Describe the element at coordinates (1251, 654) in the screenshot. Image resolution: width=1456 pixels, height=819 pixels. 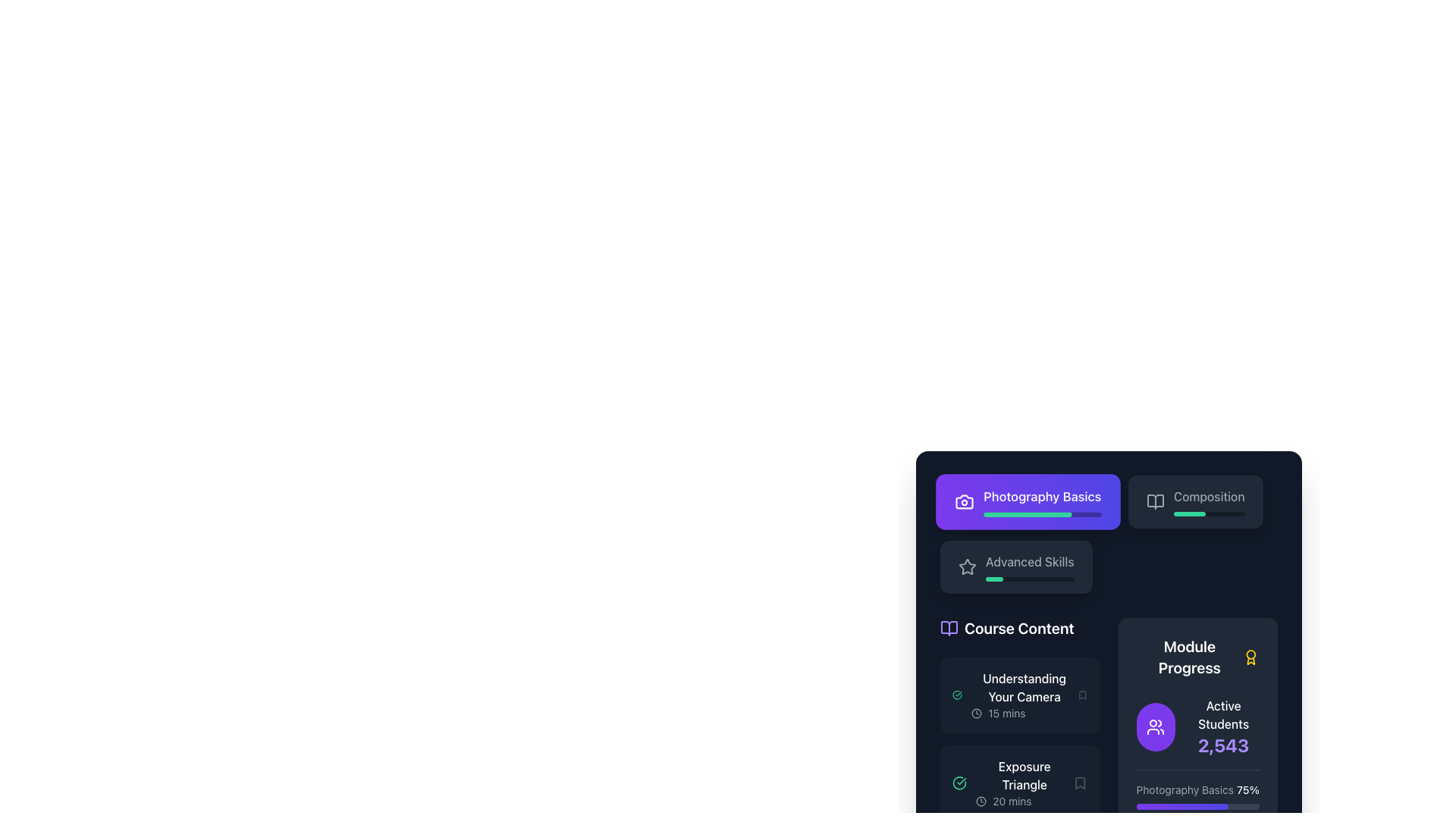
I see `the circular part of the medal icon located at the top right of the 'Module Progress' section, which symbolizes completion or achievement within a module or course` at that location.